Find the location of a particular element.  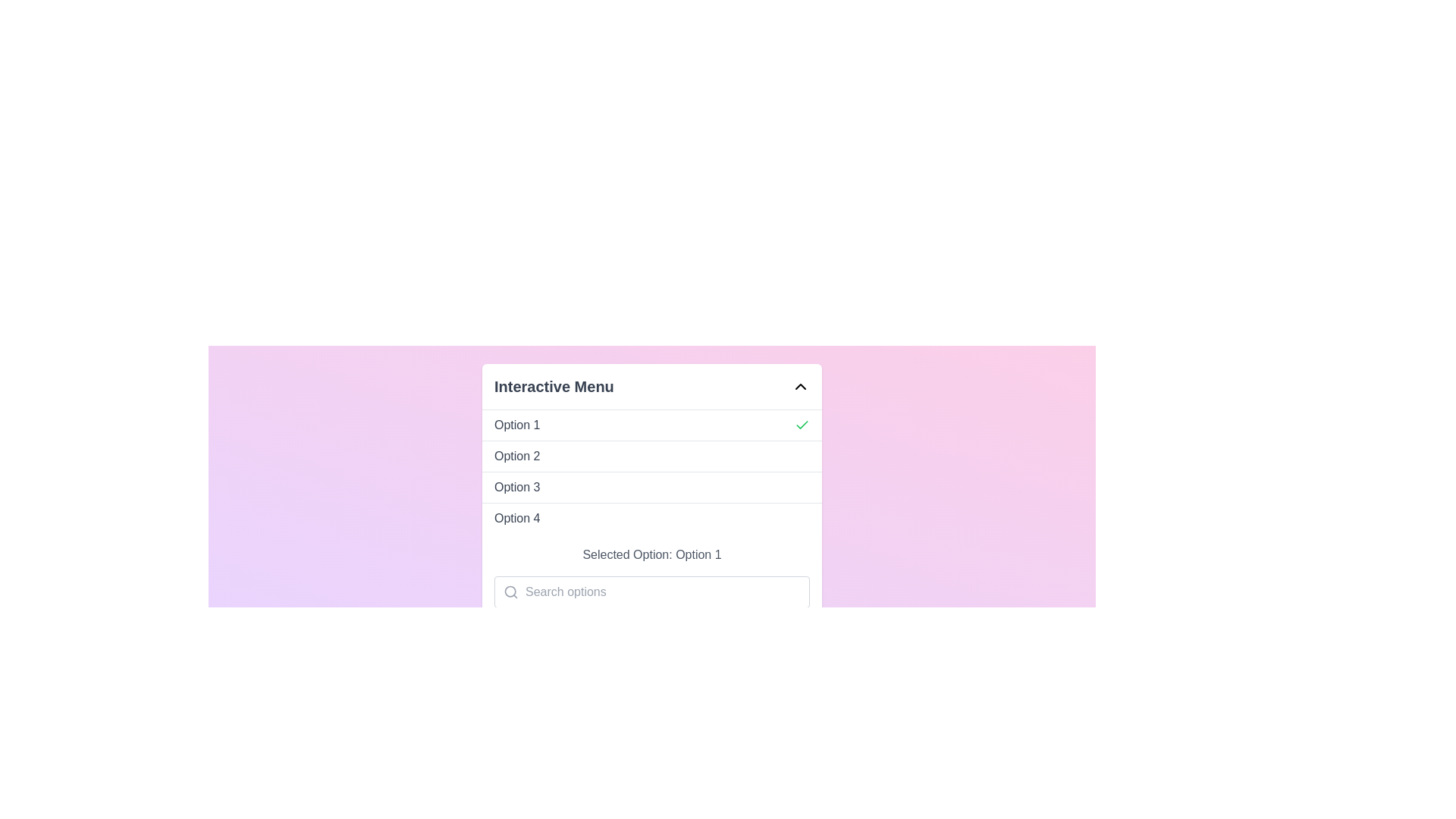

the selectable 'Option 4' text label in the dropdown menu, which is the fourth item in a vertically stacked list is located at coordinates (517, 517).